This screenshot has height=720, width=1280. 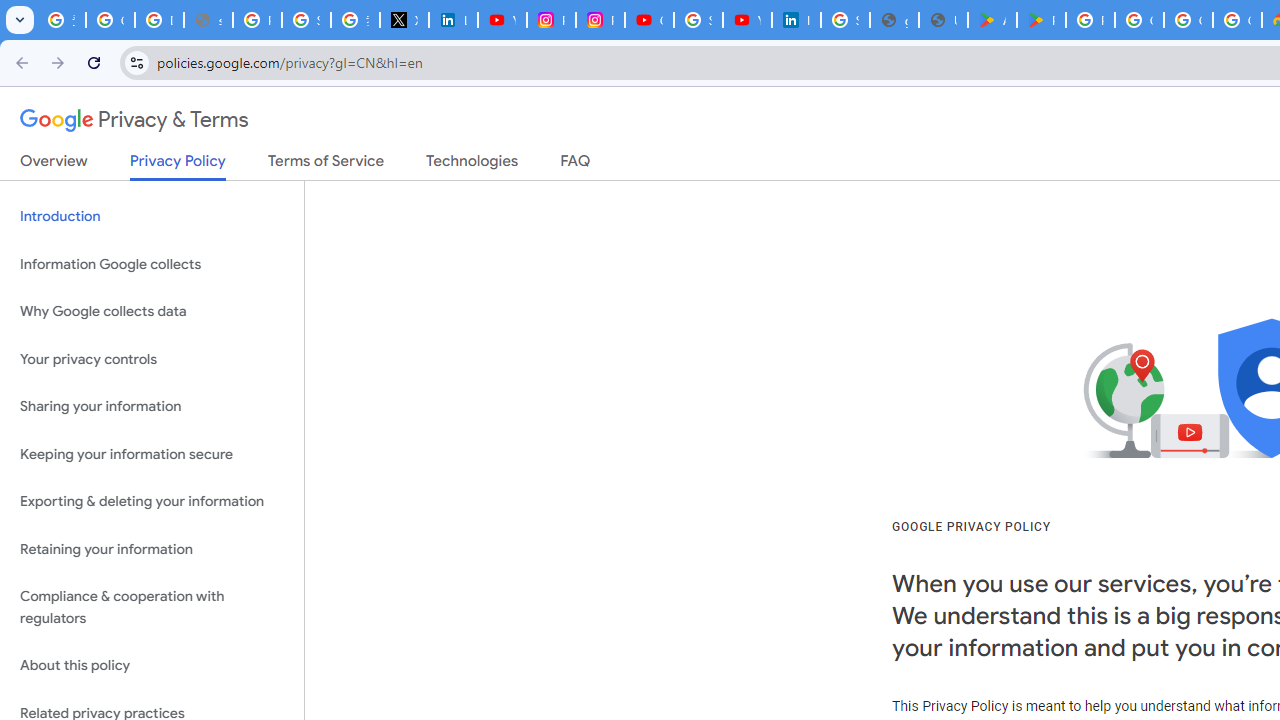 What do you see at coordinates (1040, 20) in the screenshot?
I see `'PAW Patrol Rescue World - Apps on Google Play'` at bounding box center [1040, 20].